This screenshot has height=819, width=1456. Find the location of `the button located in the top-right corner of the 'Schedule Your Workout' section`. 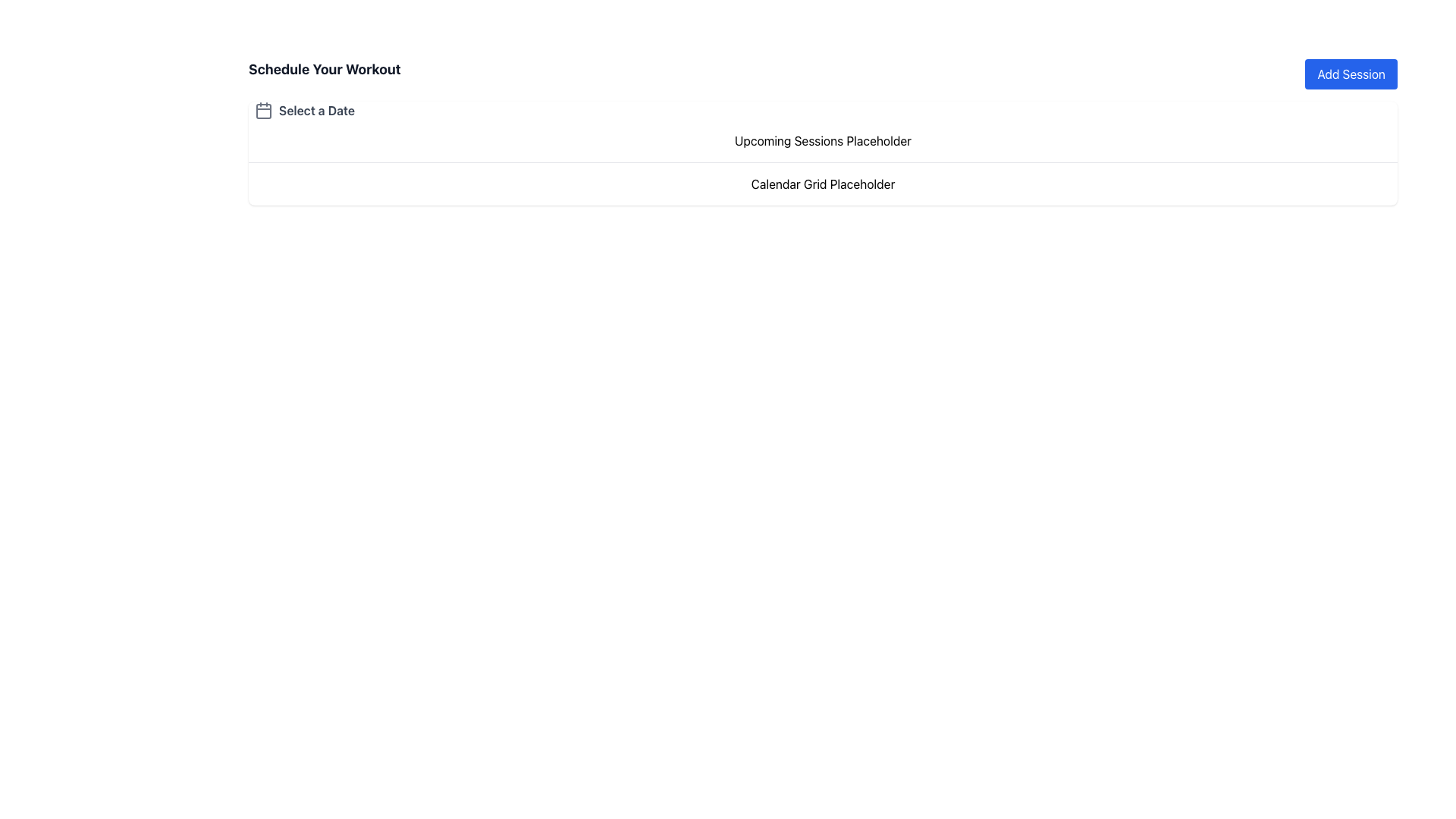

the button located in the top-right corner of the 'Schedule Your Workout' section is located at coordinates (1351, 74).